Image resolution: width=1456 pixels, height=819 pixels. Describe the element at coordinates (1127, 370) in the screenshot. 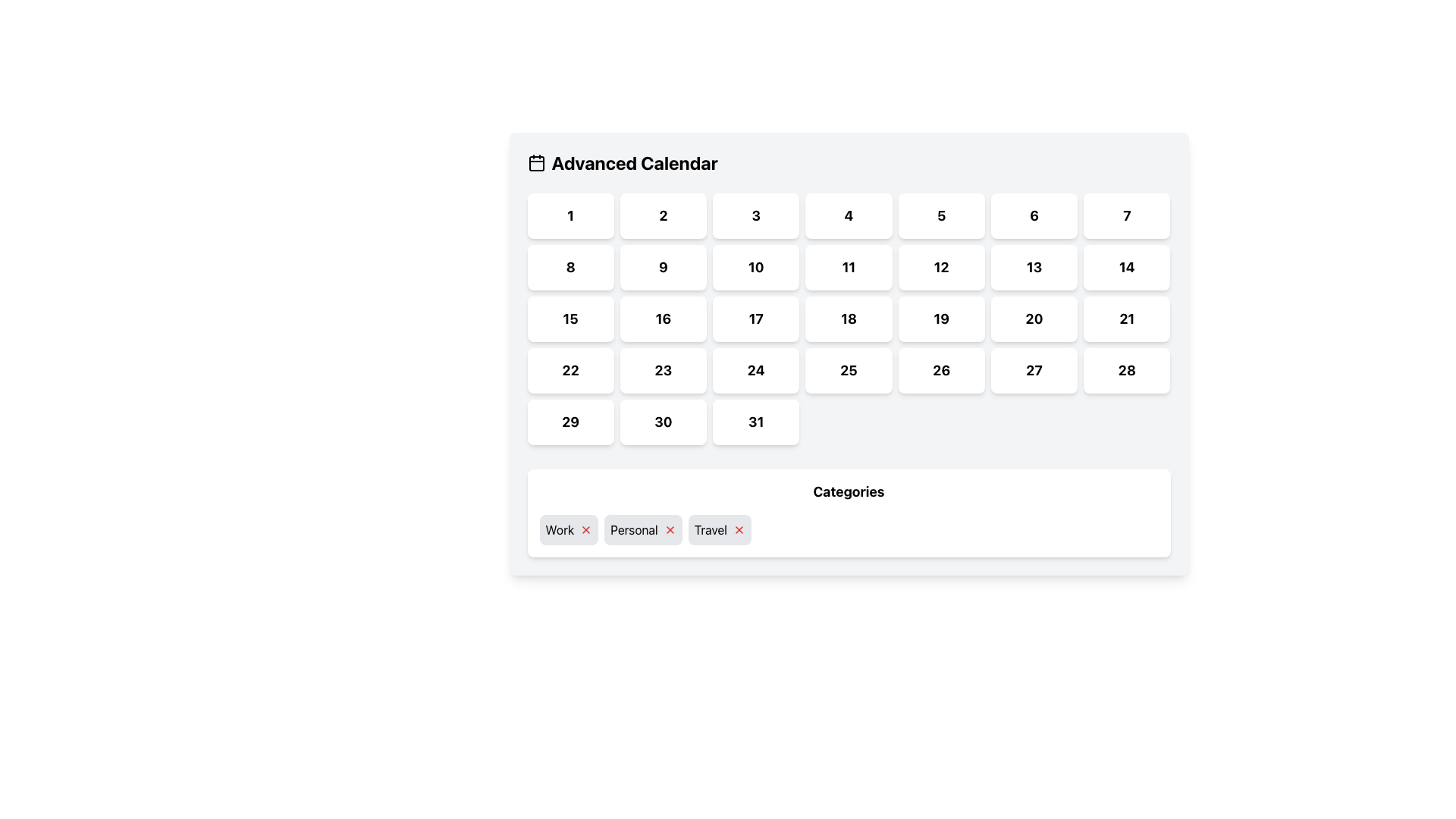

I see `number '28' displayed in the calendar grid, located in the last column of the fourth row` at that location.